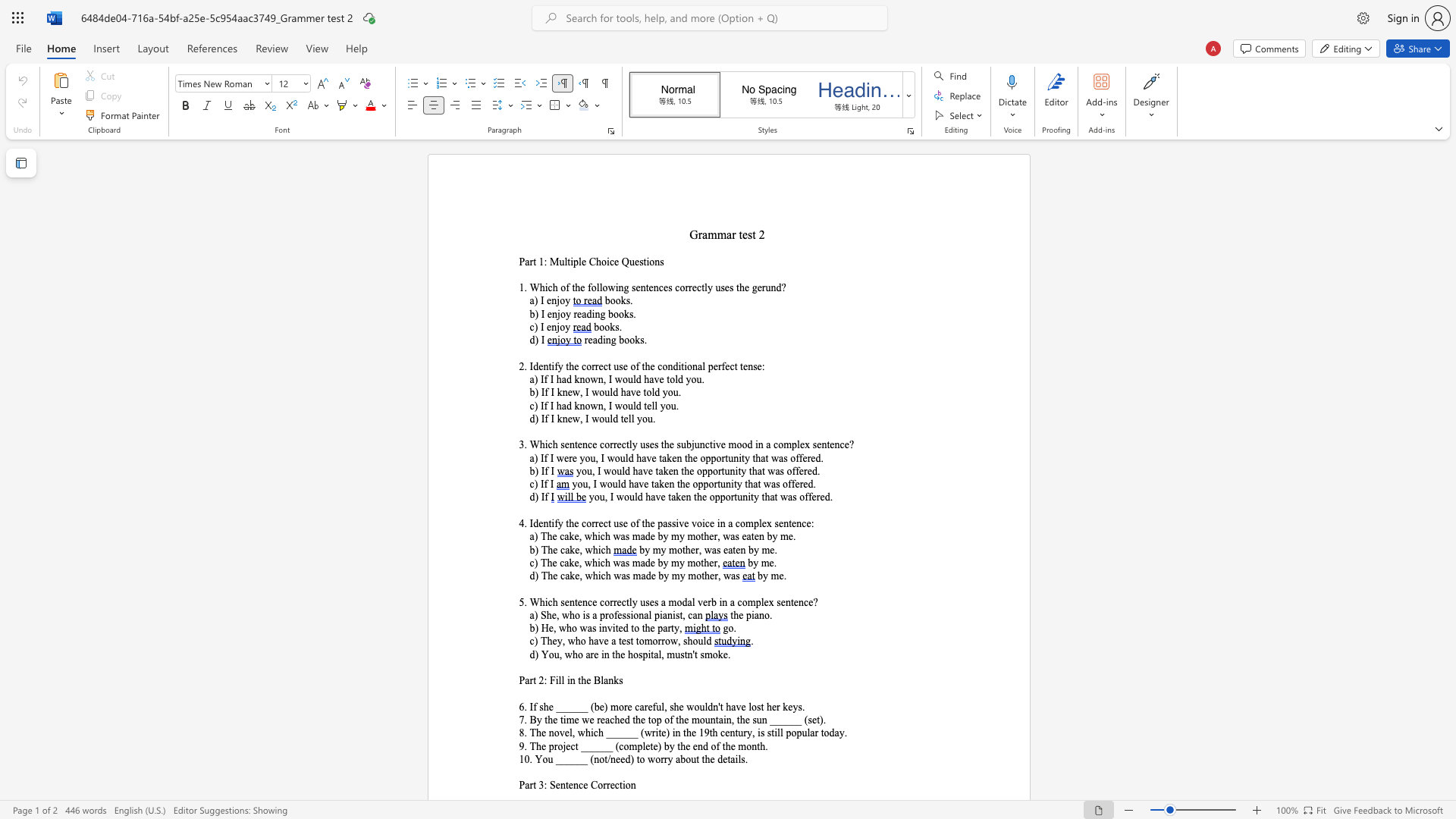  Describe the element at coordinates (538, 679) in the screenshot. I see `the subset text "2: Fill in" within the text "Part 2: Fill in the Blanks"` at that location.